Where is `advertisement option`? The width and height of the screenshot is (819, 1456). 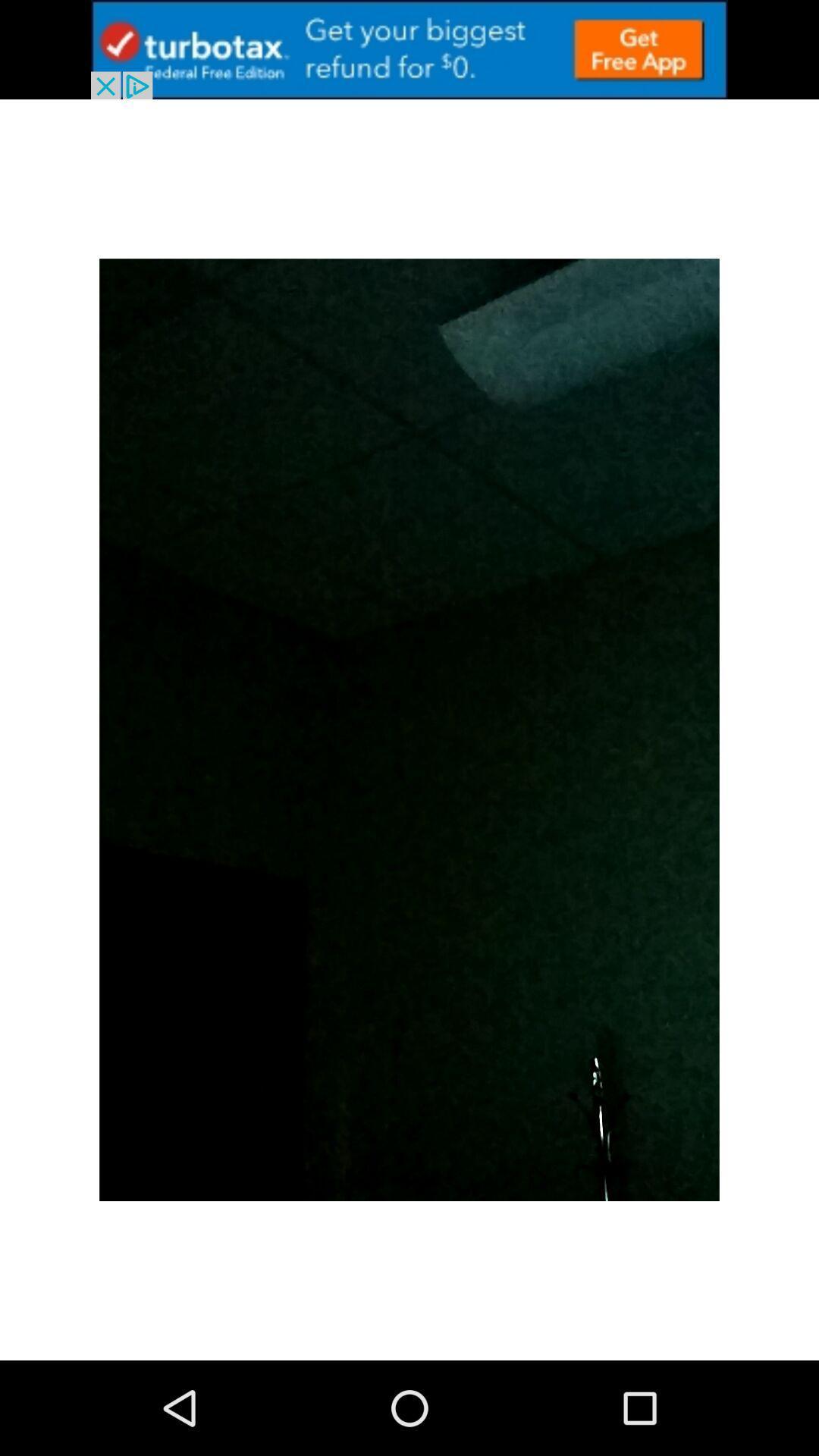 advertisement option is located at coordinates (409, 49).